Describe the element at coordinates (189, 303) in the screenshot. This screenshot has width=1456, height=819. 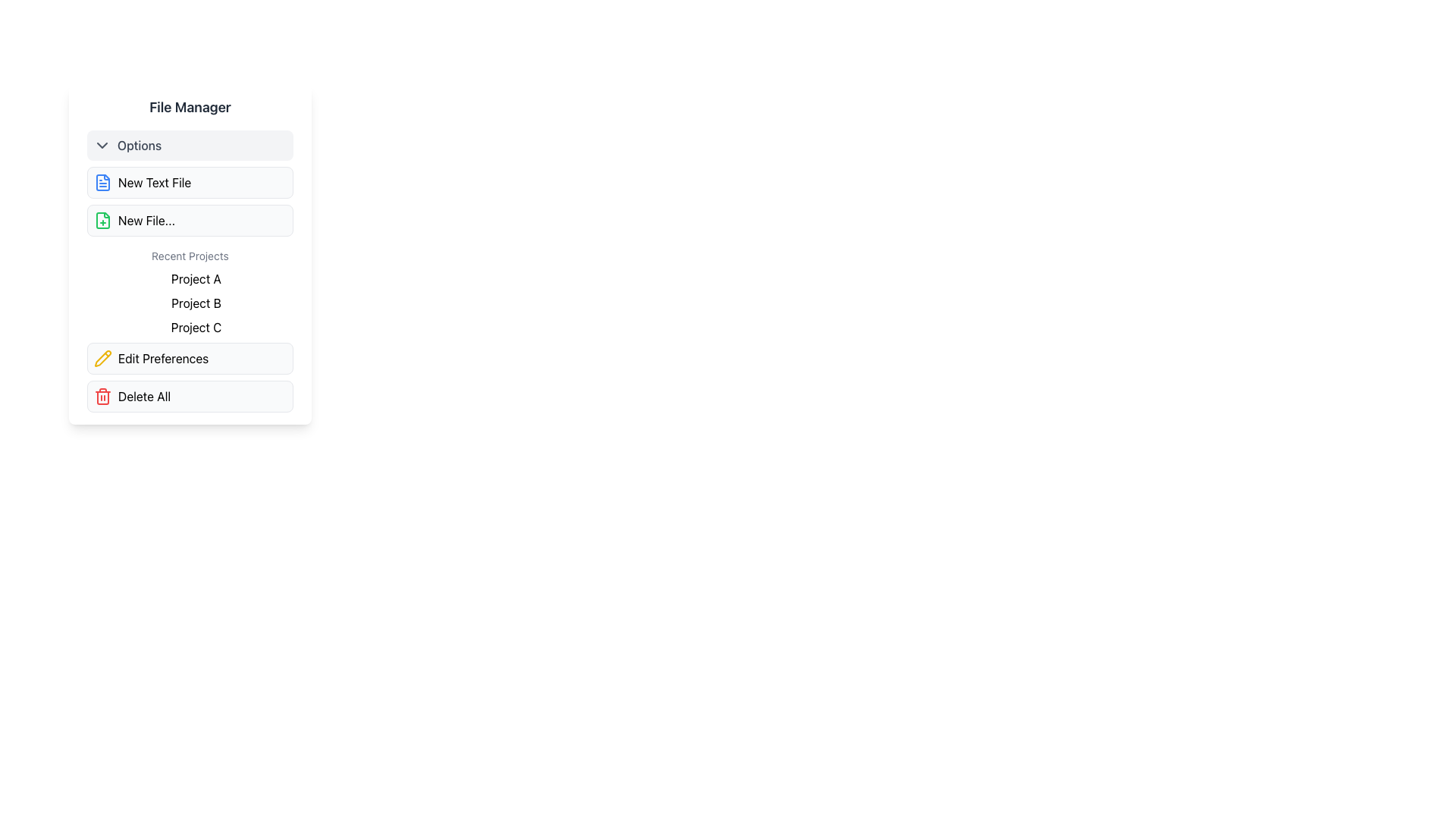
I see `the text label reading 'Project B', which is the second entry in the 'Recent Projects' list` at that location.